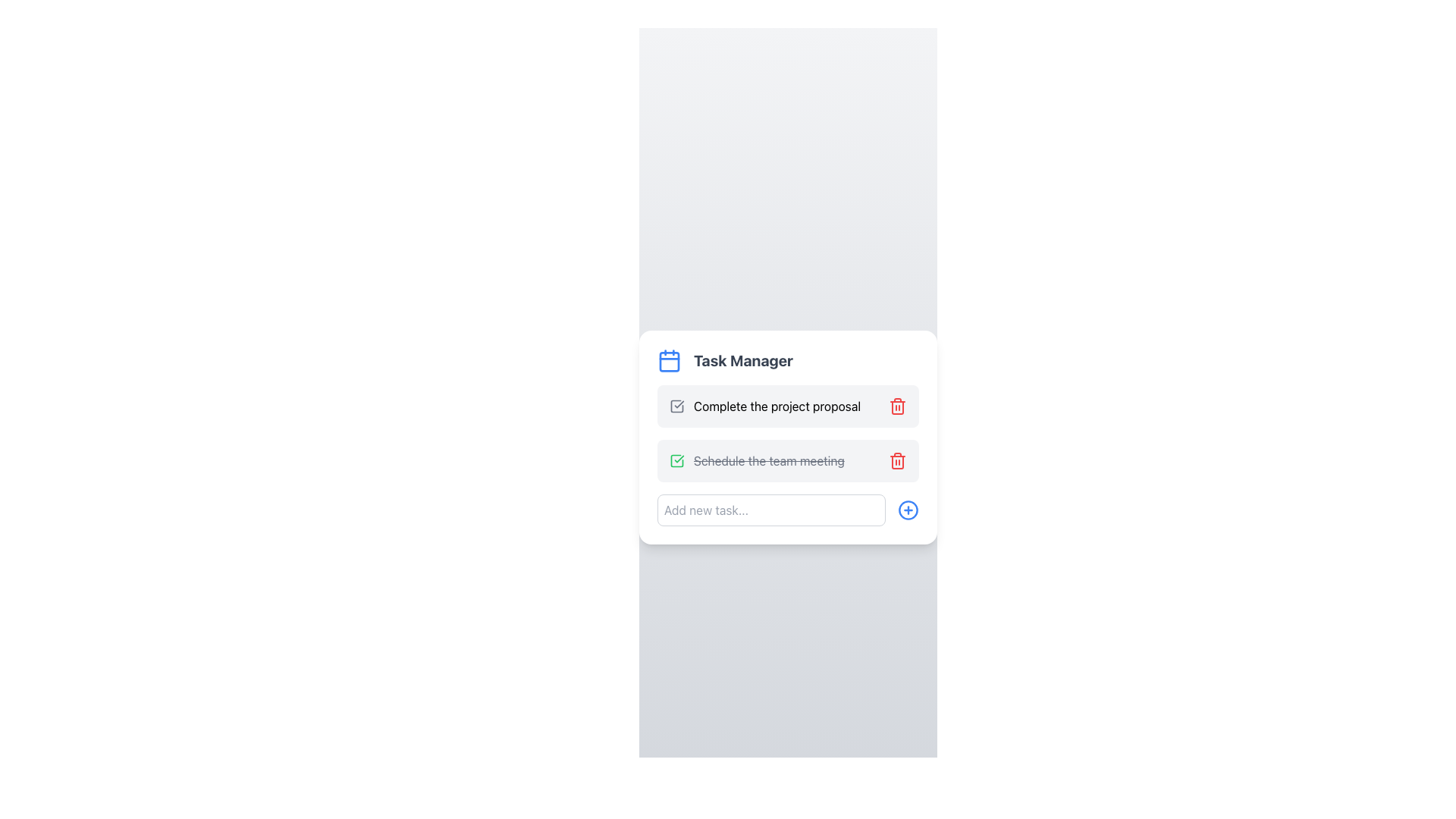 The height and width of the screenshot is (819, 1456). I want to click on the calendar SVG icon located in the header section of the 'Task Manager' interface, so click(669, 360).